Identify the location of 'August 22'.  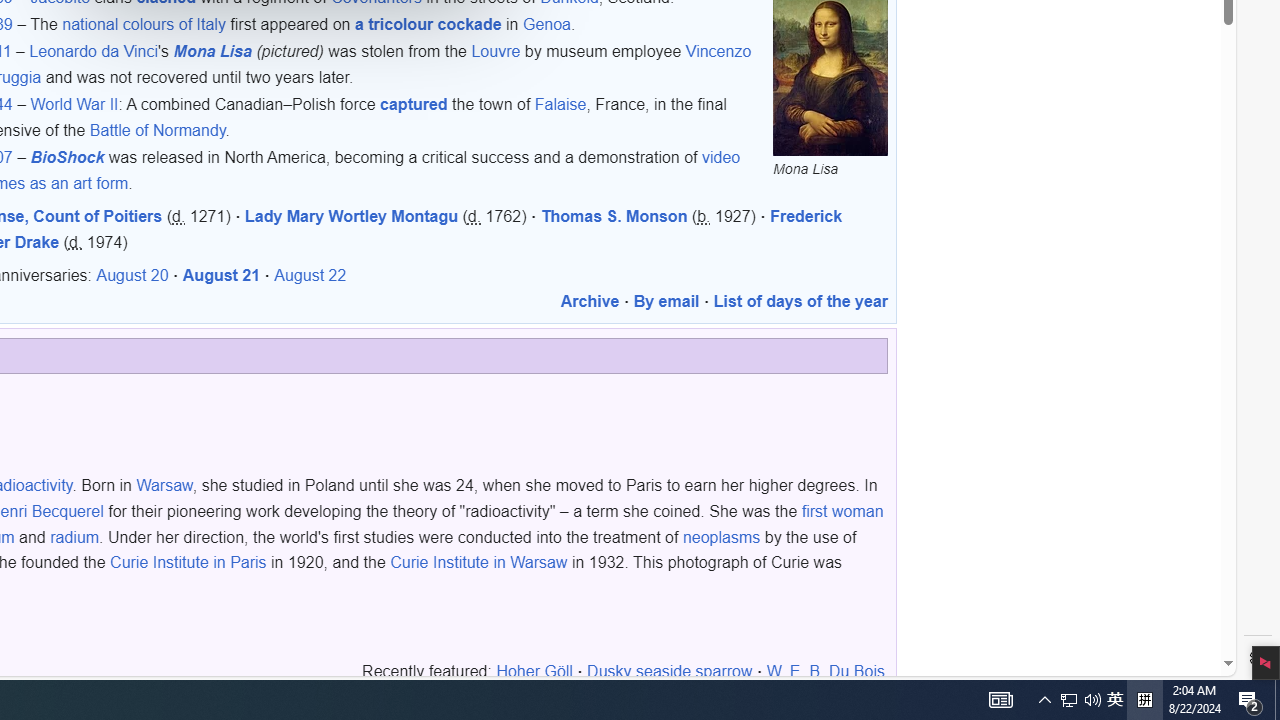
(309, 276).